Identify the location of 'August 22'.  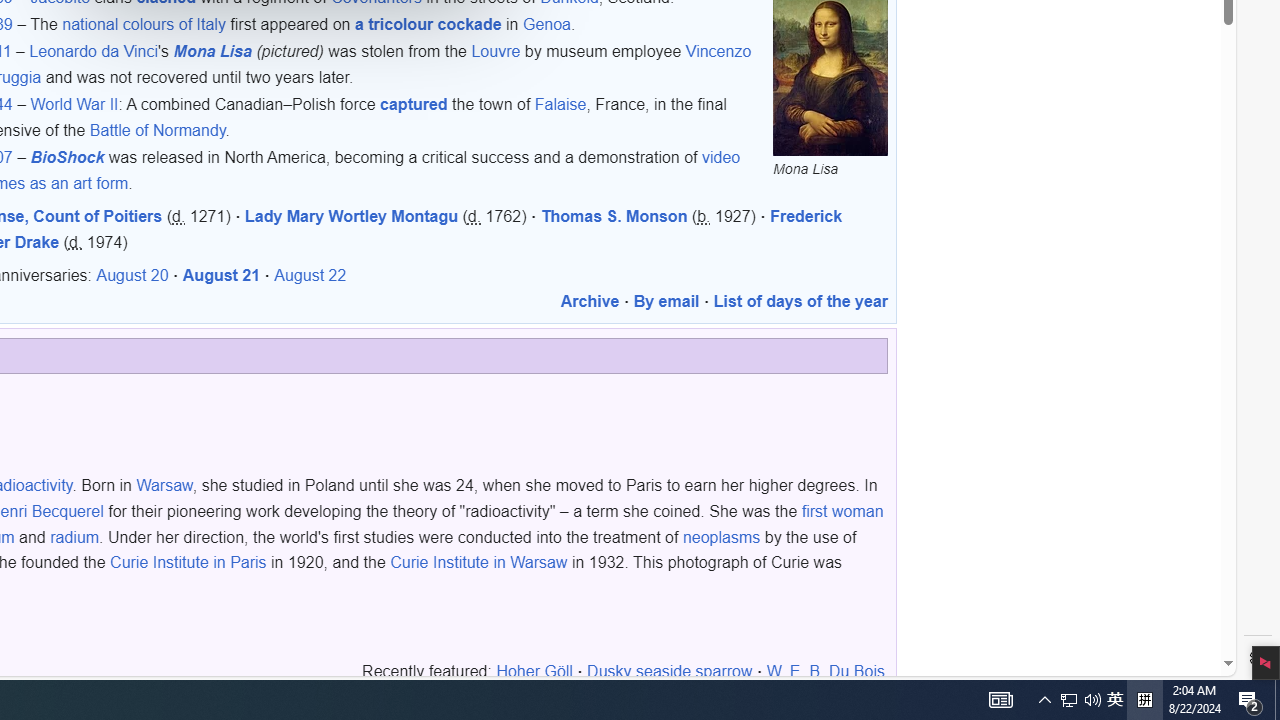
(309, 276).